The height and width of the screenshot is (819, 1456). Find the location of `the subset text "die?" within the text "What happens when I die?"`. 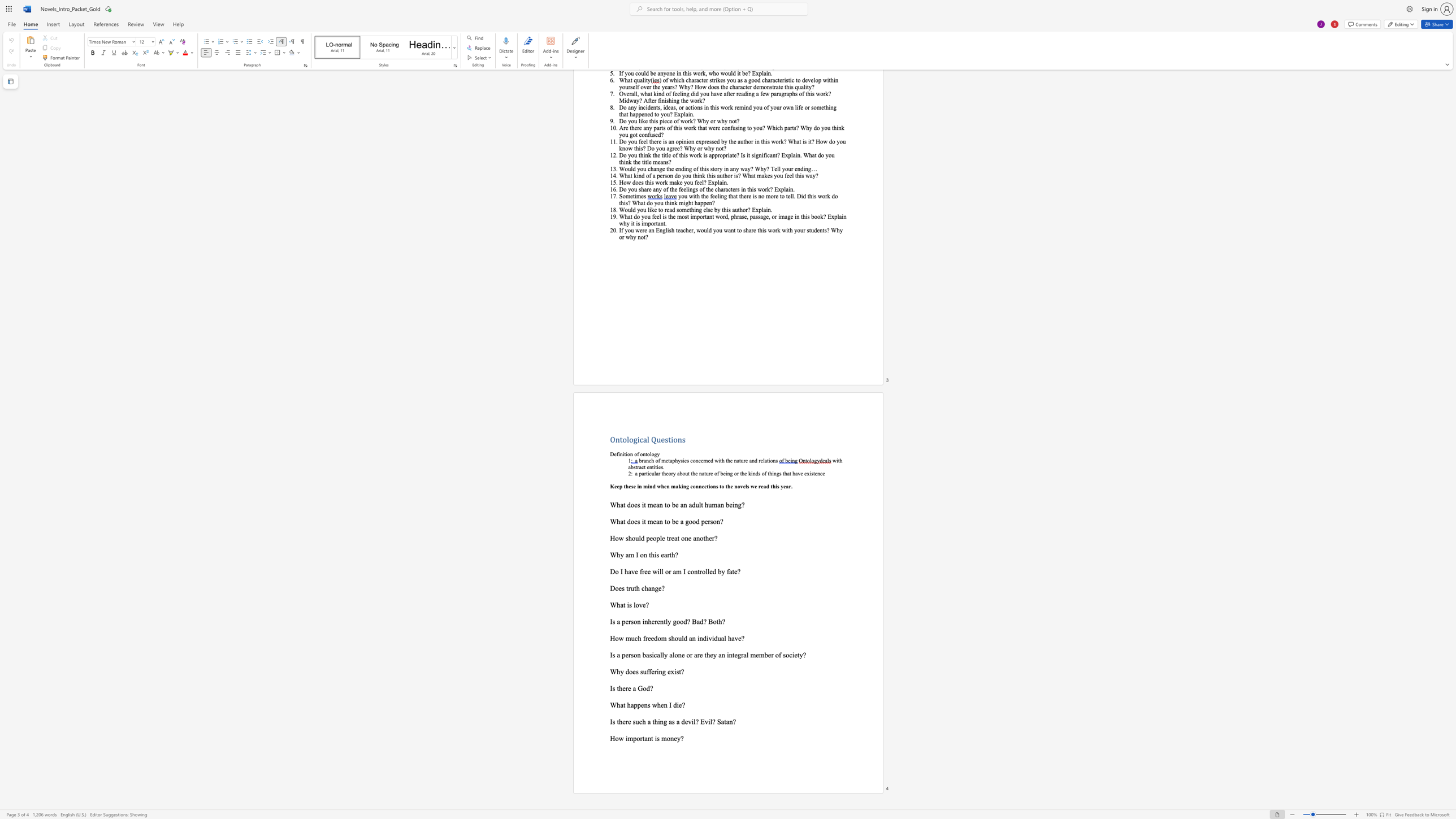

the subset text "die?" within the text "What happens when I die?" is located at coordinates (673, 704).